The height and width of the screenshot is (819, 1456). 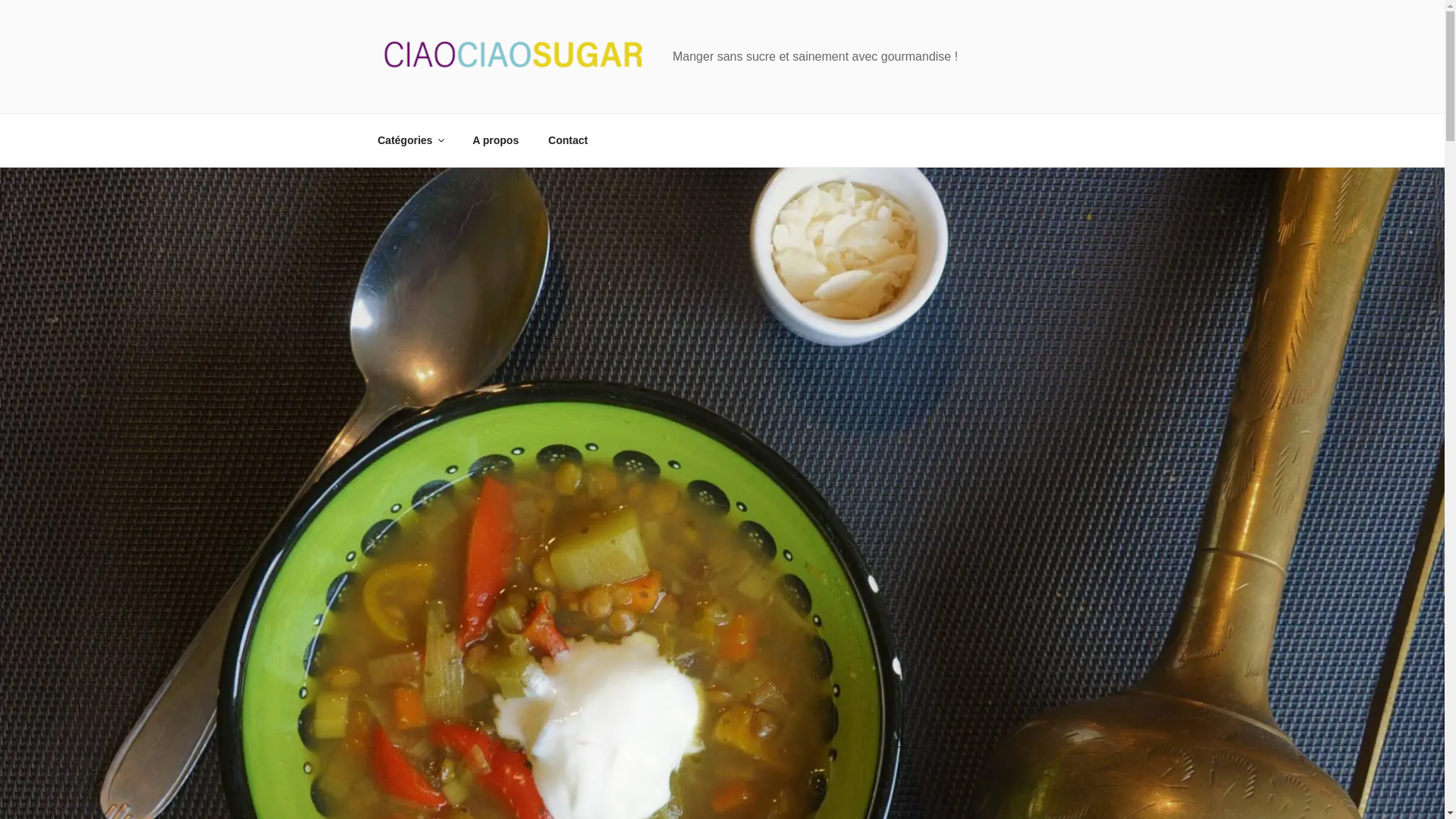 I want to click on 'Contact', so click(x=567, y=140).